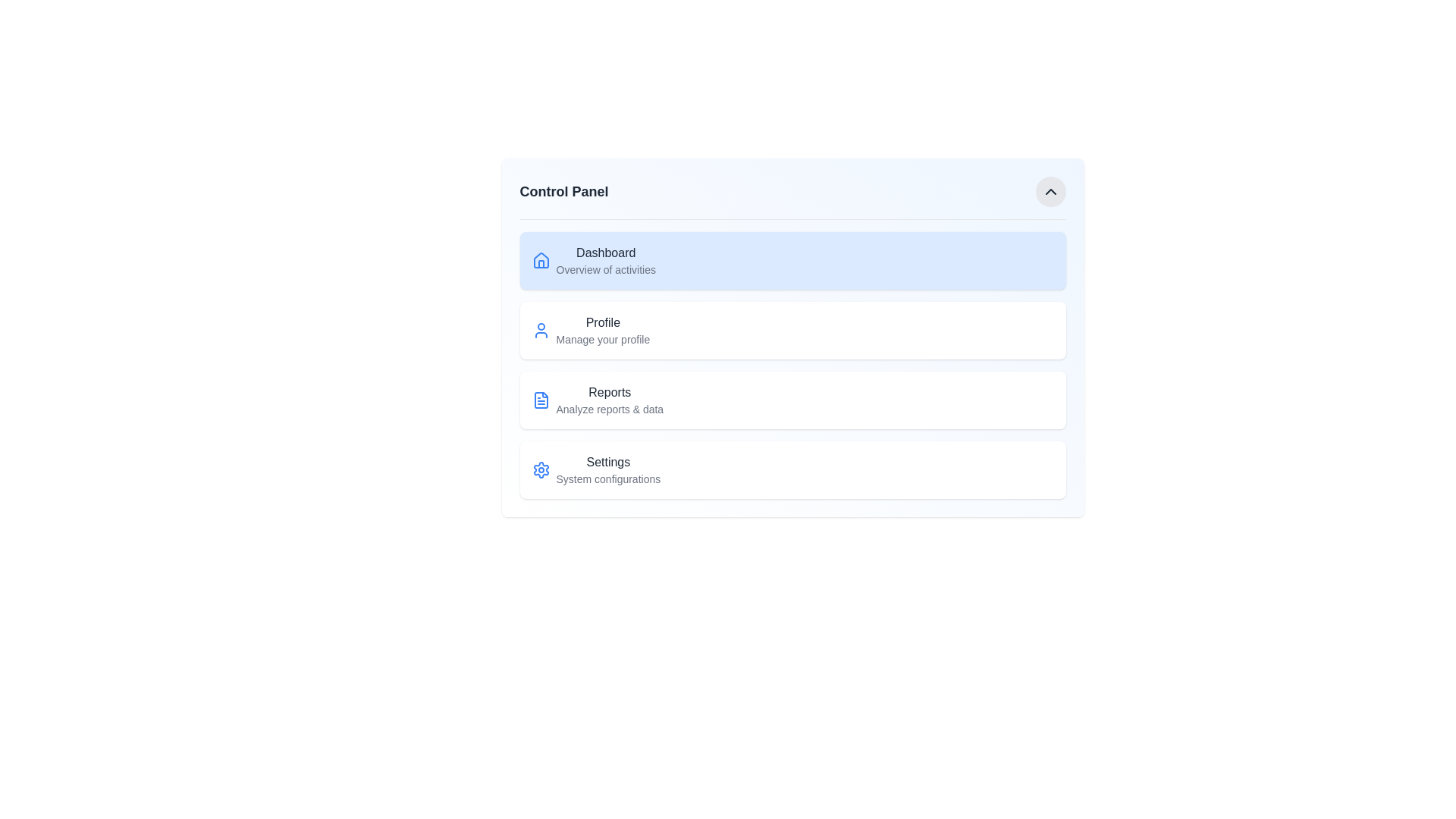 The image size is (1456, 819). What do you see at coordinates (602, 322) in the screenshot?
I see `the 'Profile' label, which displays the text in a medium font weight and dark gray color, located below the 'Dashboard' menu item and above the 'Reports' menu item in the vertical list menu` at bounding box center [602, 322].